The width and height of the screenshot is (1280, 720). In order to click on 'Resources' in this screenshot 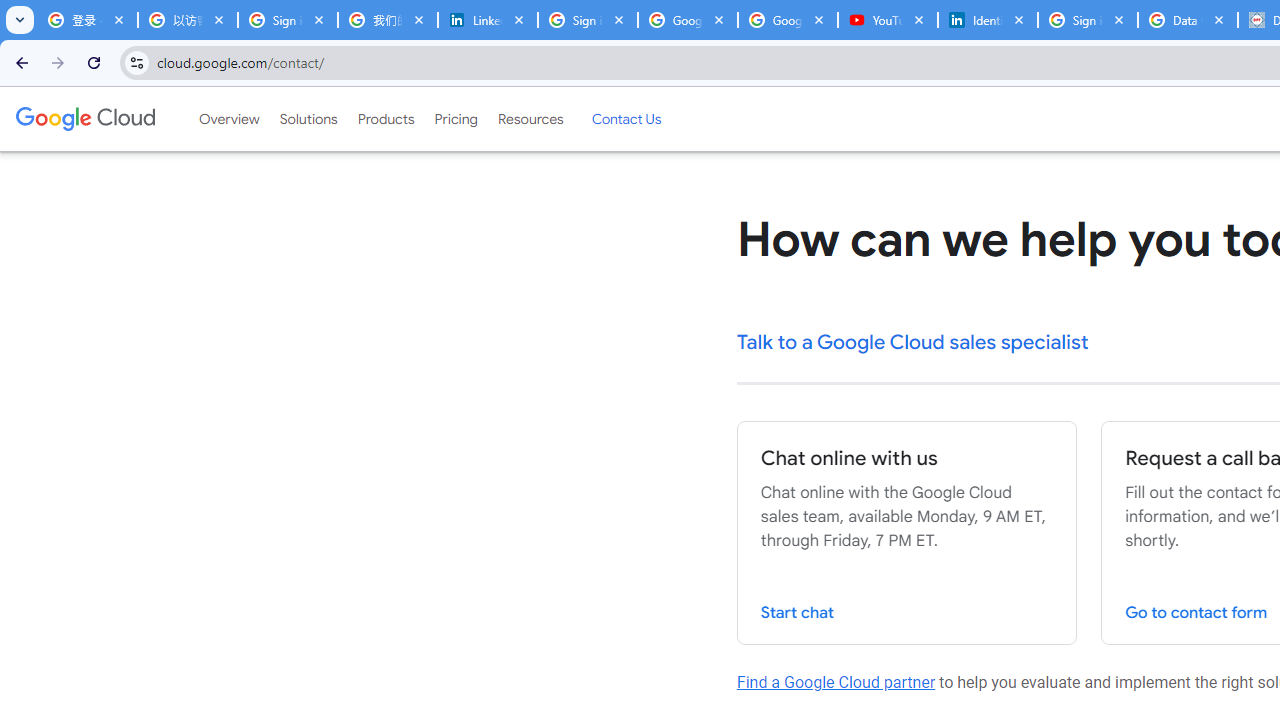, I will do `click(530, 119)`.